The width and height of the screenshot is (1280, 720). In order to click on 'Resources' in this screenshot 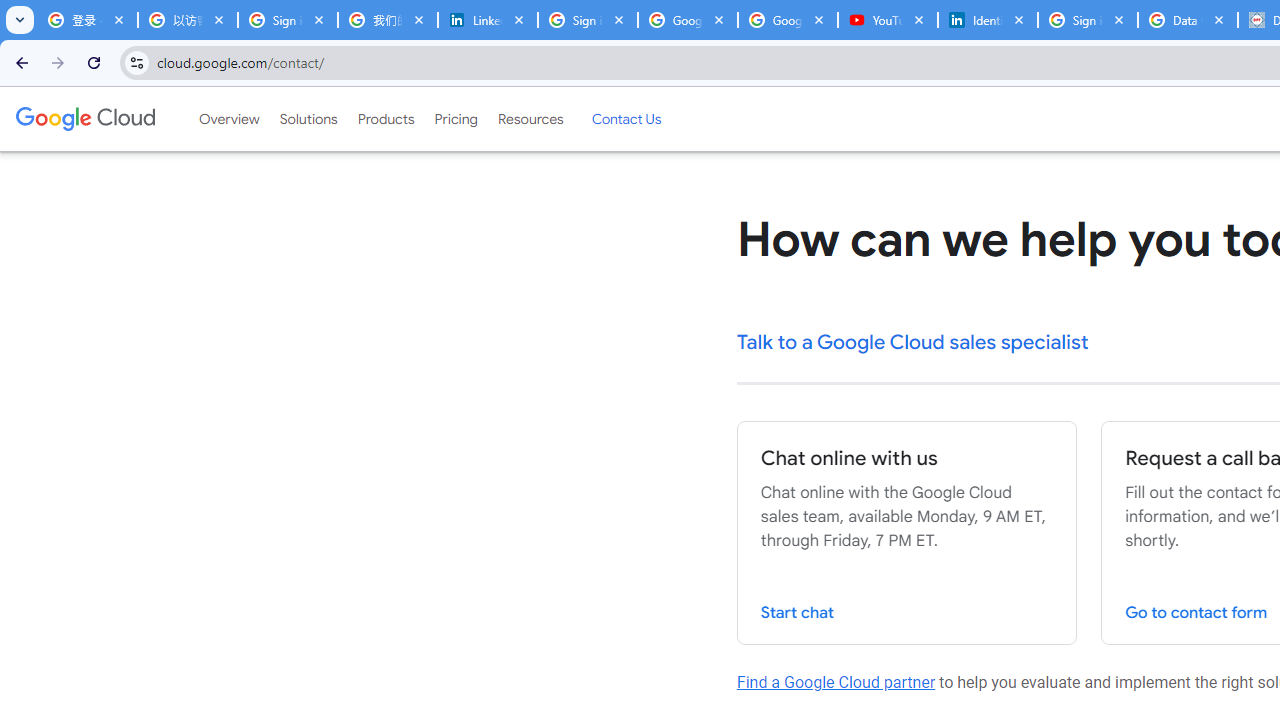, I will do `click(530, 119)`.